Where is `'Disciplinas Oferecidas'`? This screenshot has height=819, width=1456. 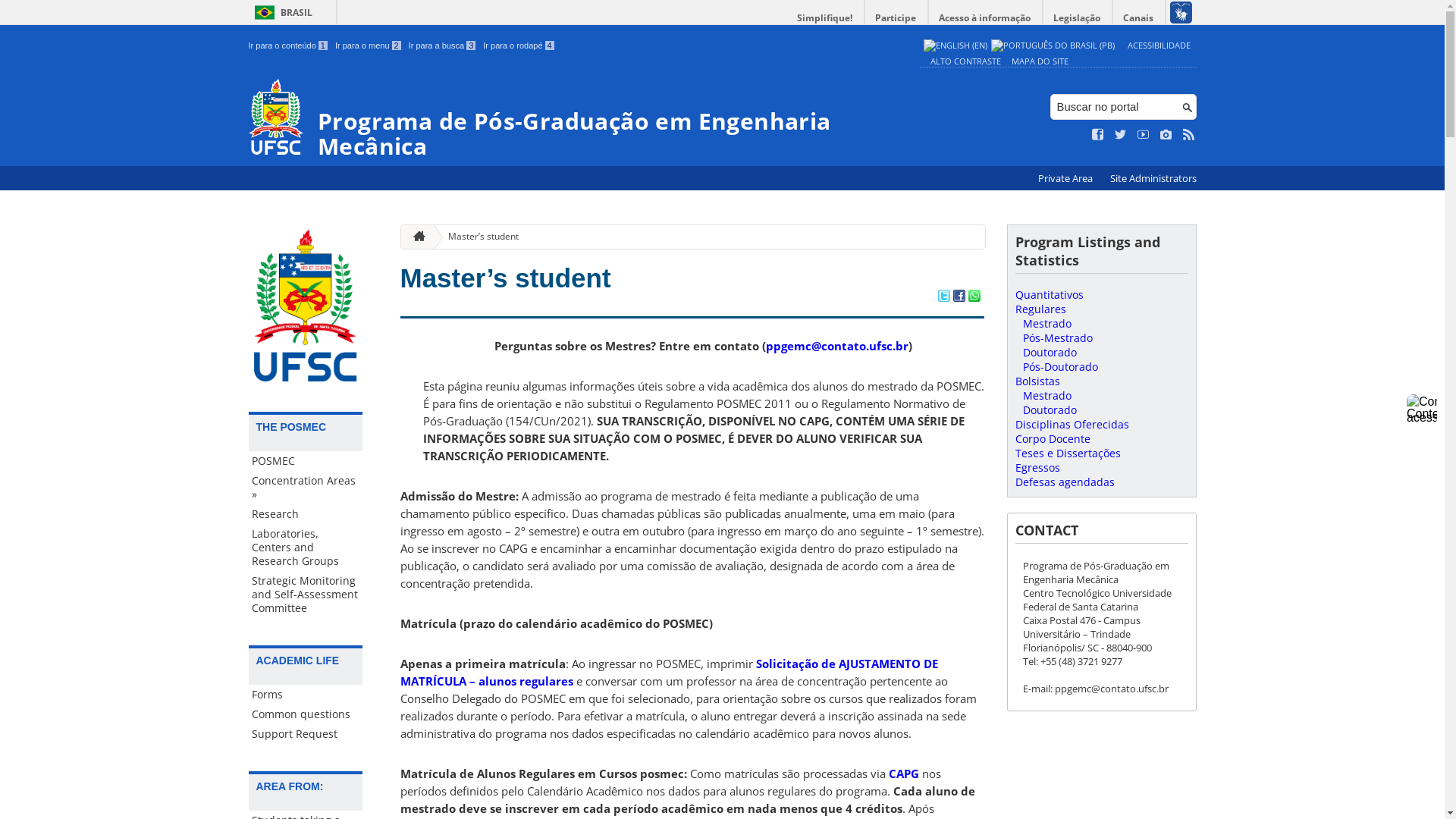
'Disciplinas Oferecidas' is located at coordinates (1070, 424).